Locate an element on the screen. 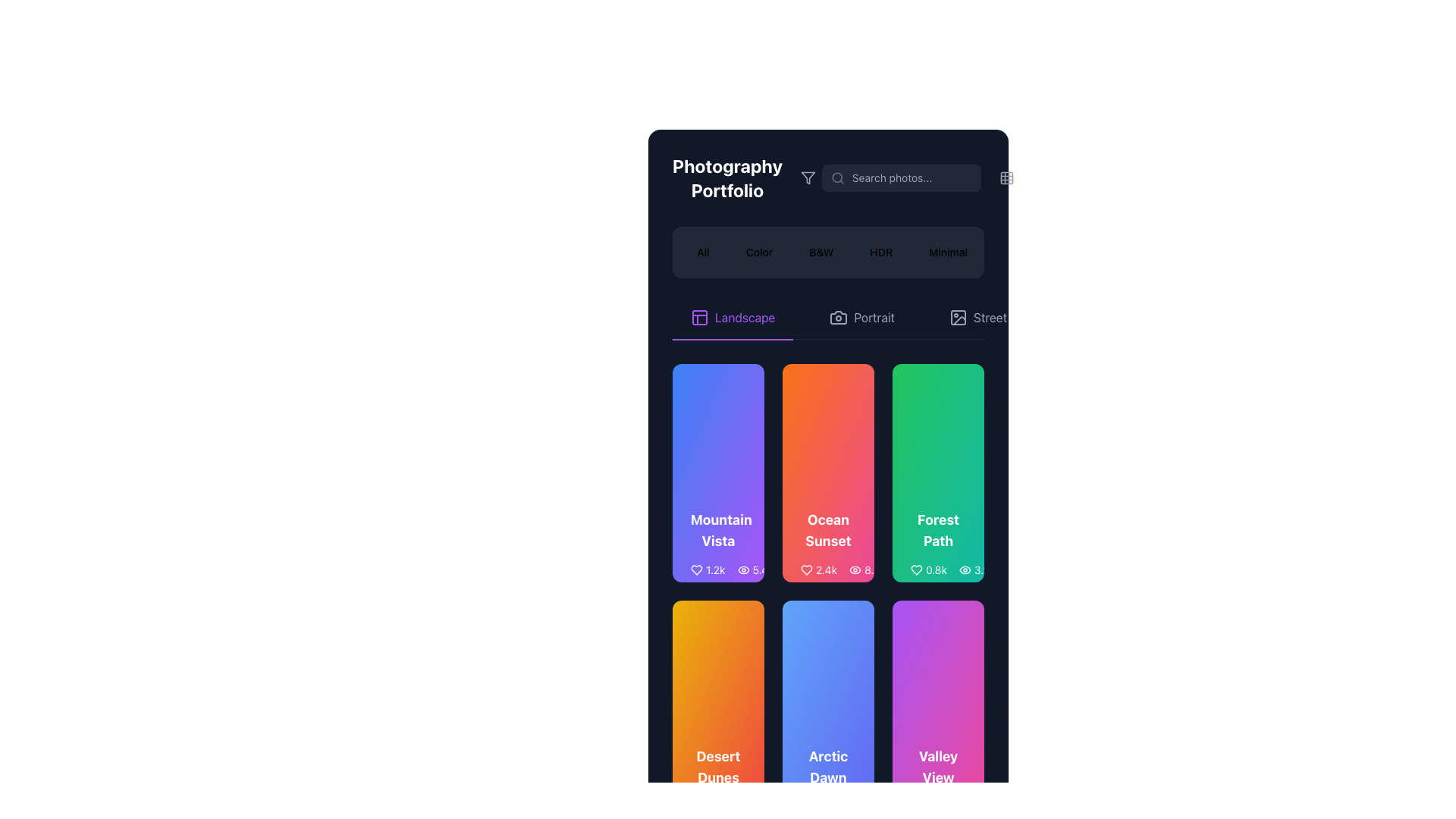 This screenshot has height=819, width=1456. the 'B&W' button, which is the third button in a row of five is located at coordinates (821, 251).